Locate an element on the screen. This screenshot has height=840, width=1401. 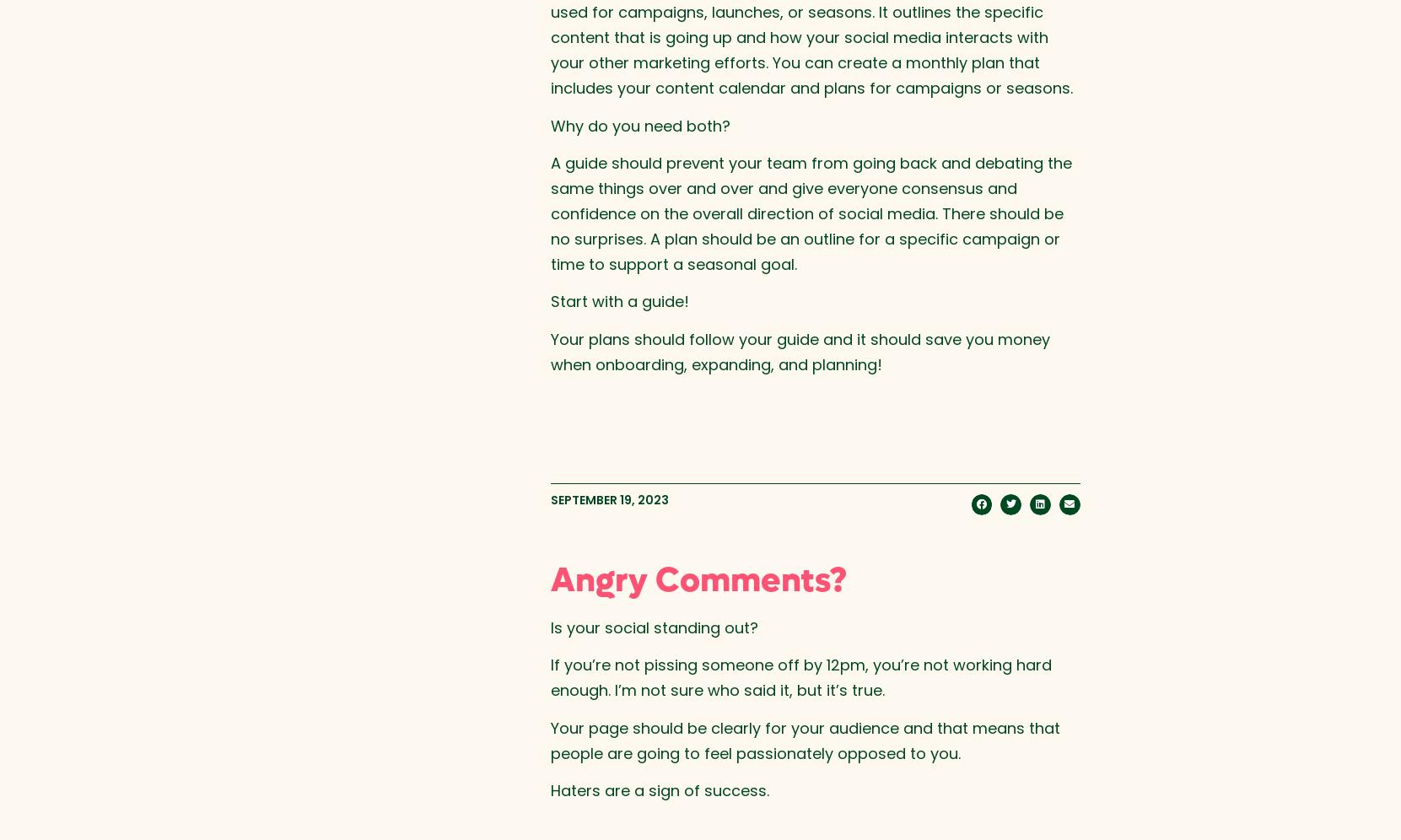
'Angry Comments?' is located at coordinates (549, 579).